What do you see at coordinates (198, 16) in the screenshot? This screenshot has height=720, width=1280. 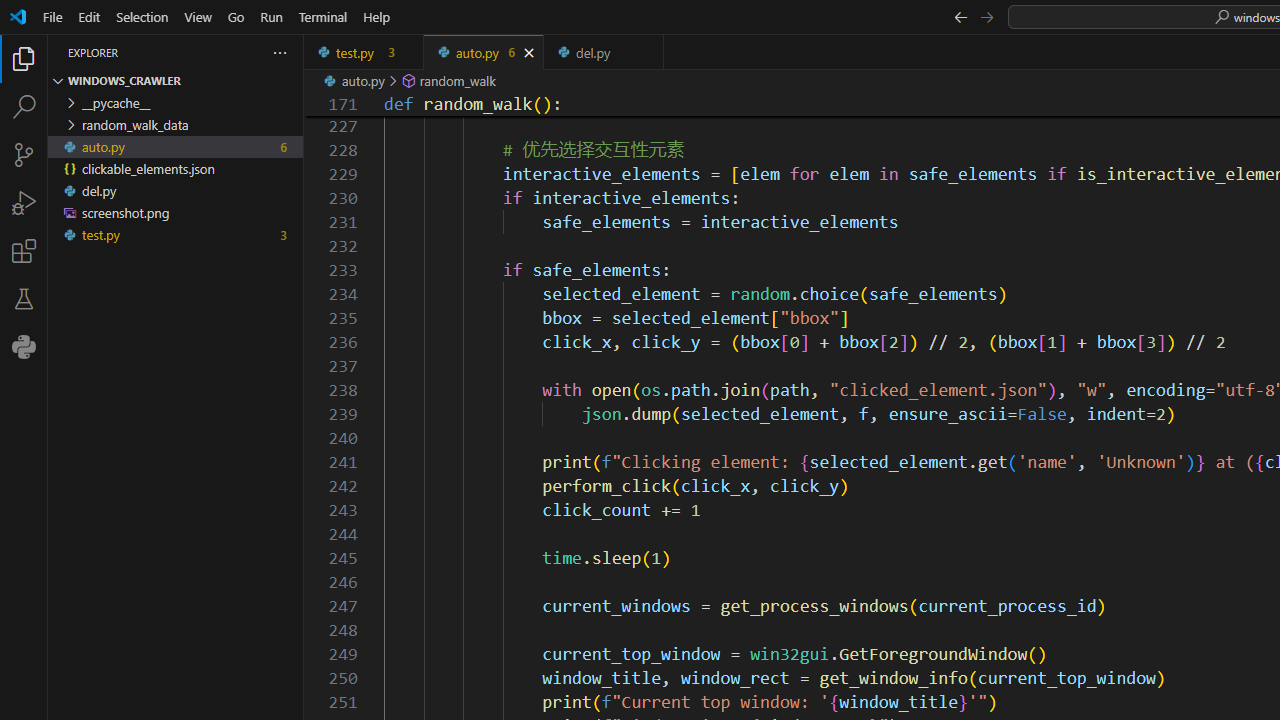 I see `'View'` at bounding box center [198, 16].